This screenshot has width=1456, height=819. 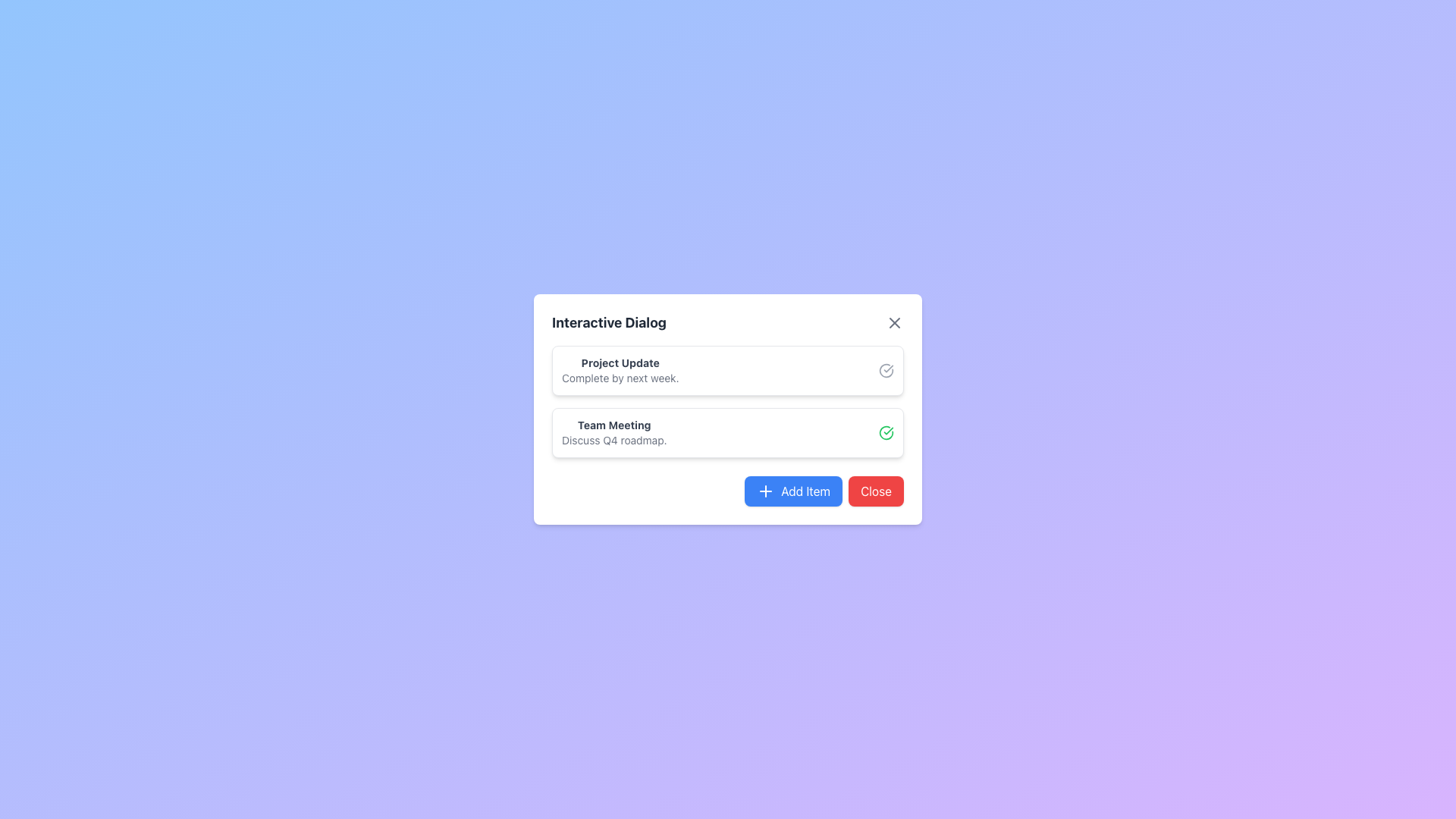 I want to click on the status icon indicating a completed or verified state for the associated project update, located at the far right of the 'Project Update' card, so click(x=886, y=371).